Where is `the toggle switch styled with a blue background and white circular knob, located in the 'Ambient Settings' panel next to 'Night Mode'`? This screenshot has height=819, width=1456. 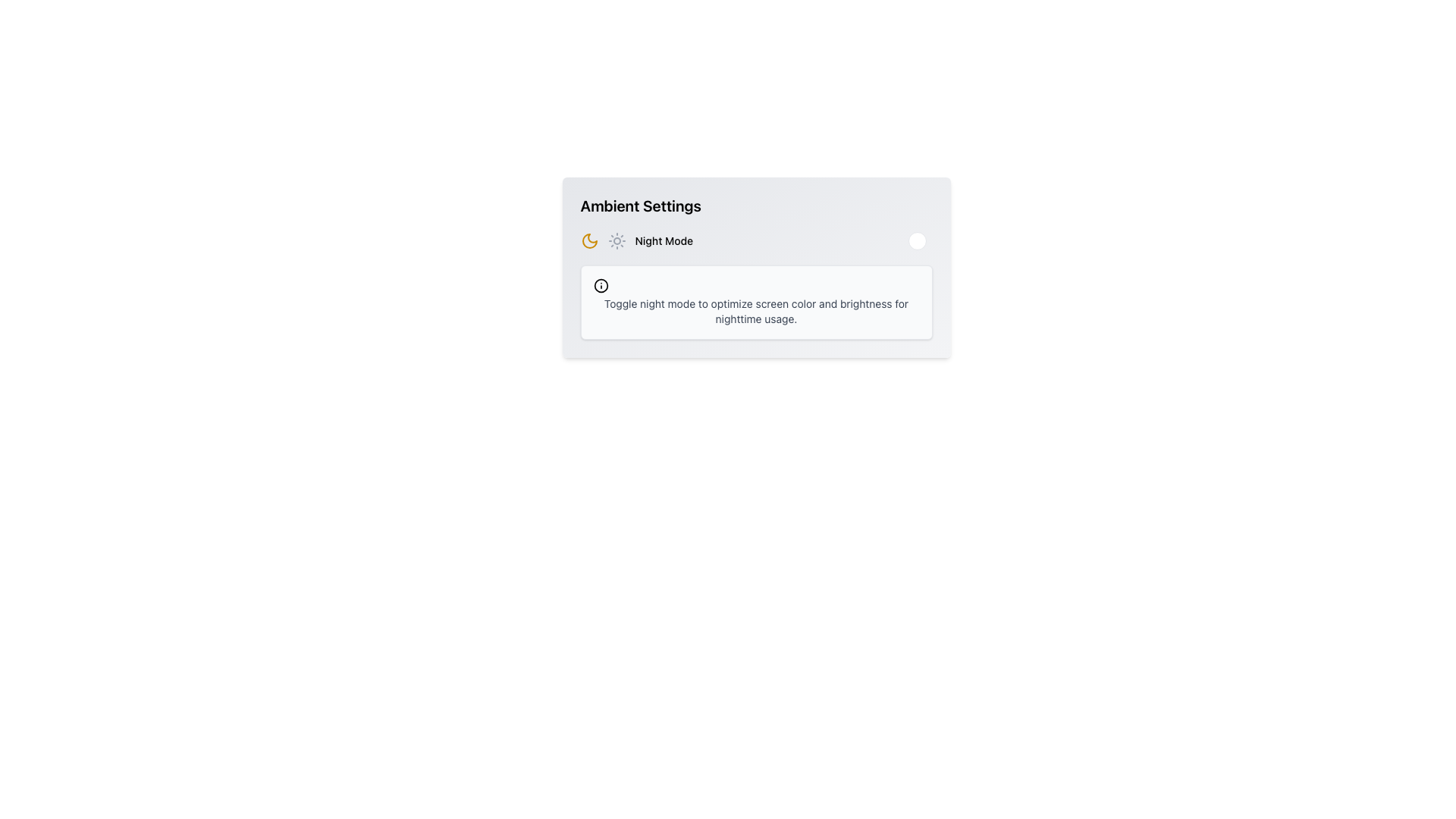 the toggle switch styled with a blue background and white circular knob, located in the 'Ambient Settings' panel next to 'Night Mode' is located at coordinates (910, 240).